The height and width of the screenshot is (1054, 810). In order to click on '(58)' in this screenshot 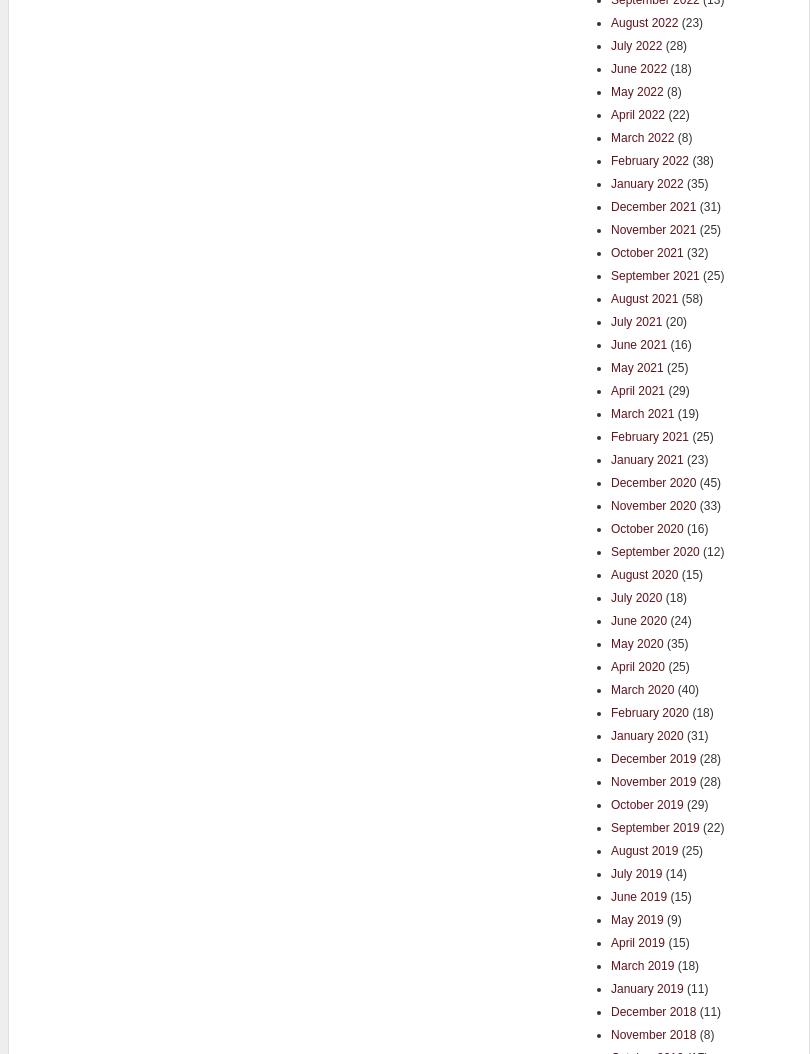, I will do `click(689, 296)`.